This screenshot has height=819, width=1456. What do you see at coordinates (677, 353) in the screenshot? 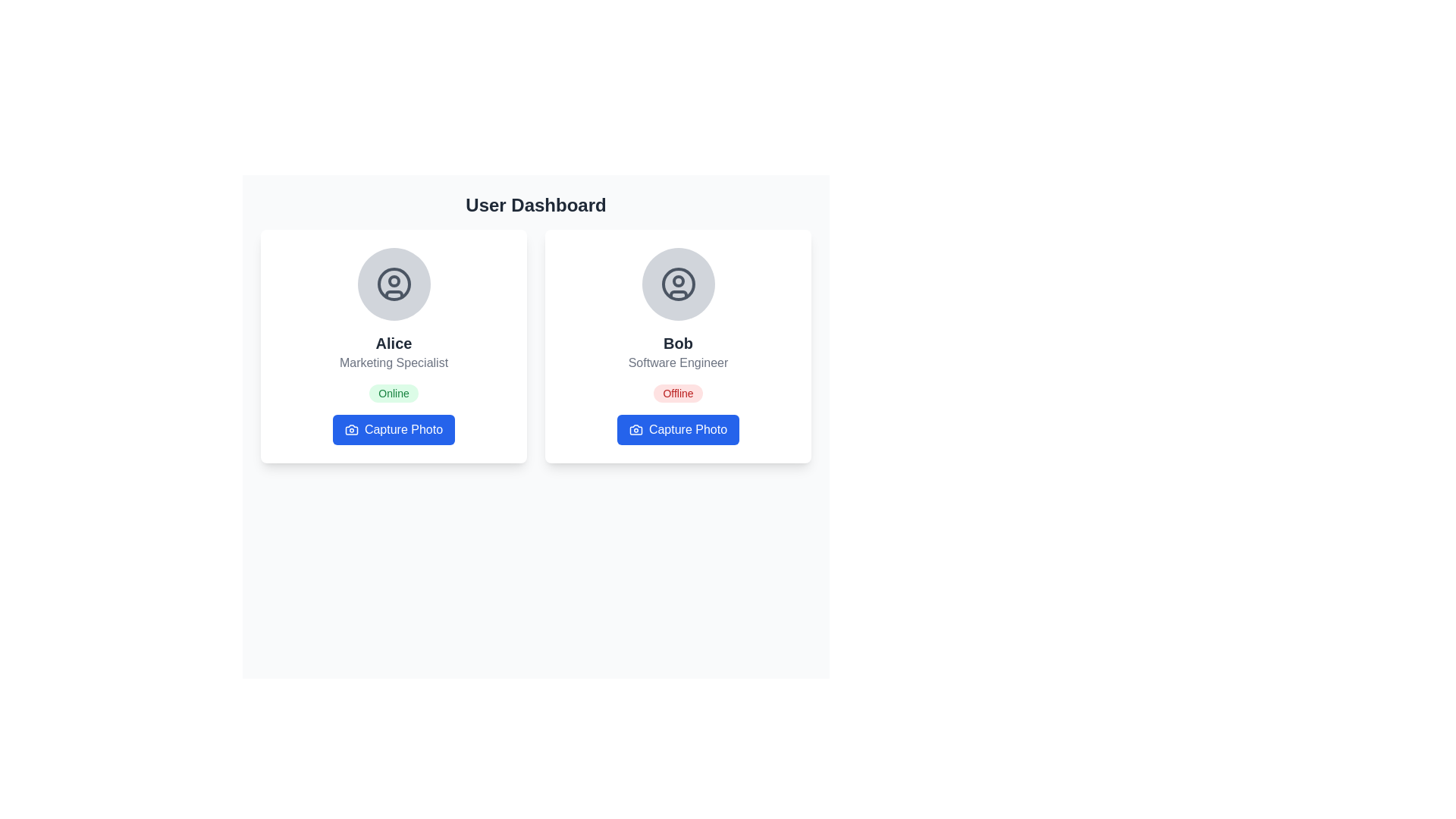
I see `the text block that serves as the name and title section for the user 'Bob', located below the profile image in the second card from the left in the two-card layout` at bounding box center [677, 353].